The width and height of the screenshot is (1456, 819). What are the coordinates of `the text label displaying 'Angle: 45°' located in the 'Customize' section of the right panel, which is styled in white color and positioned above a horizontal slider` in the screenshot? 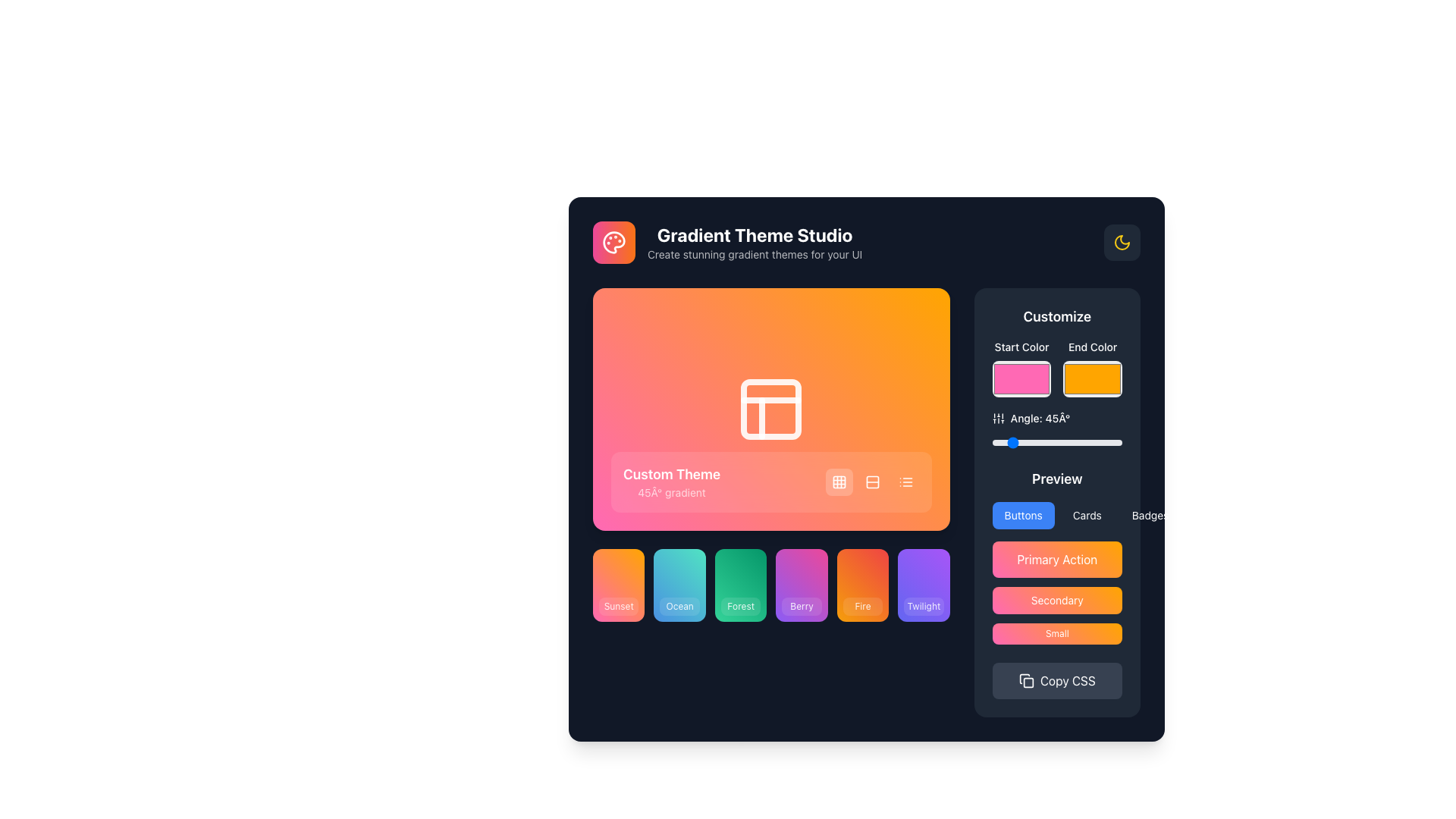 It's located at (1056, 418).